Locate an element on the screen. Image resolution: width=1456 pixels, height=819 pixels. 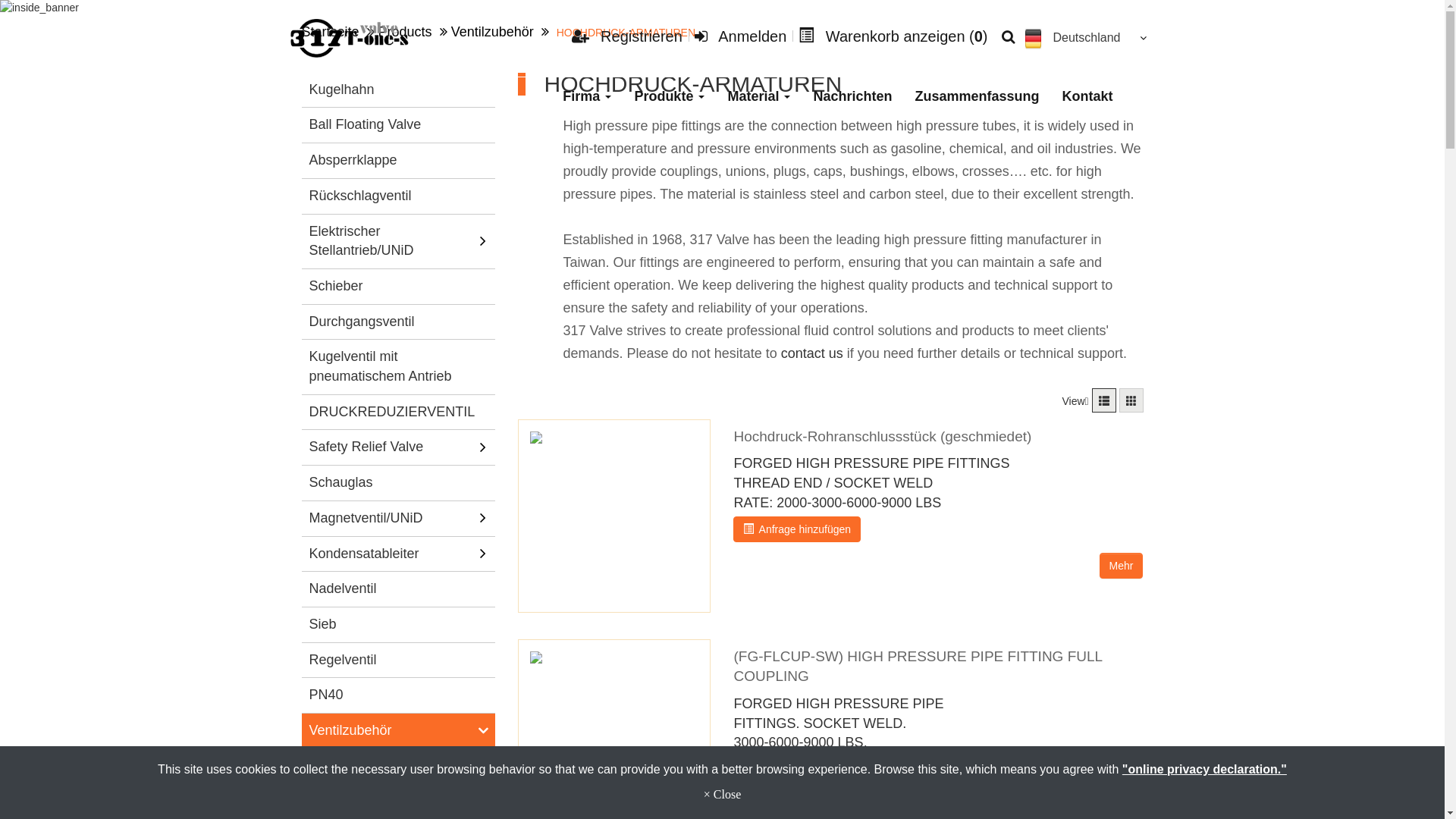
'Kondensatableiter' is located at coordinates (389, 554).